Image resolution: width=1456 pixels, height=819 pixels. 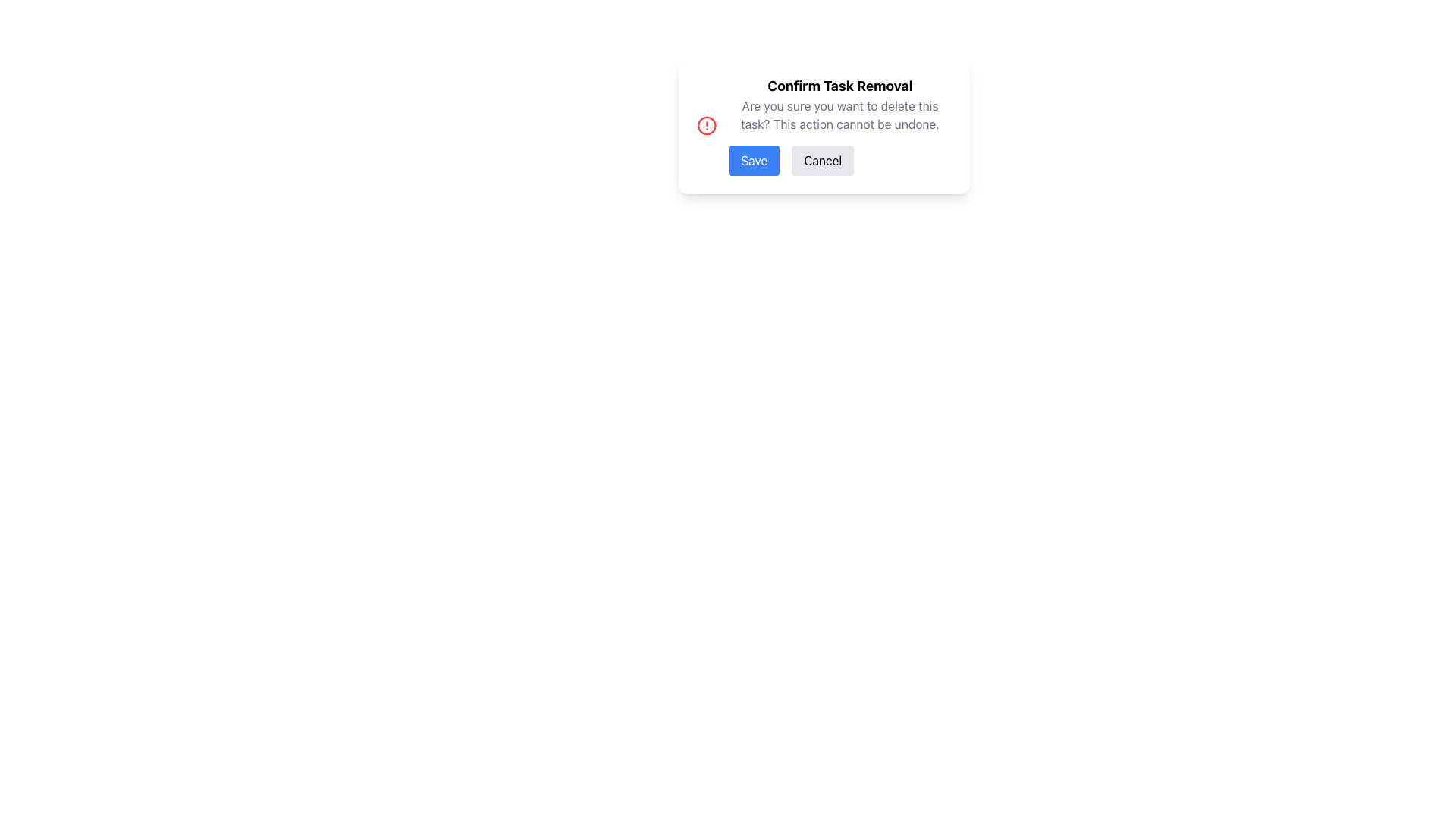 I want to click on the 'Cancel' button in the Button Group located at the bottom of the 'Confirm Task Removal' dialog, so click(x=839, y=161).